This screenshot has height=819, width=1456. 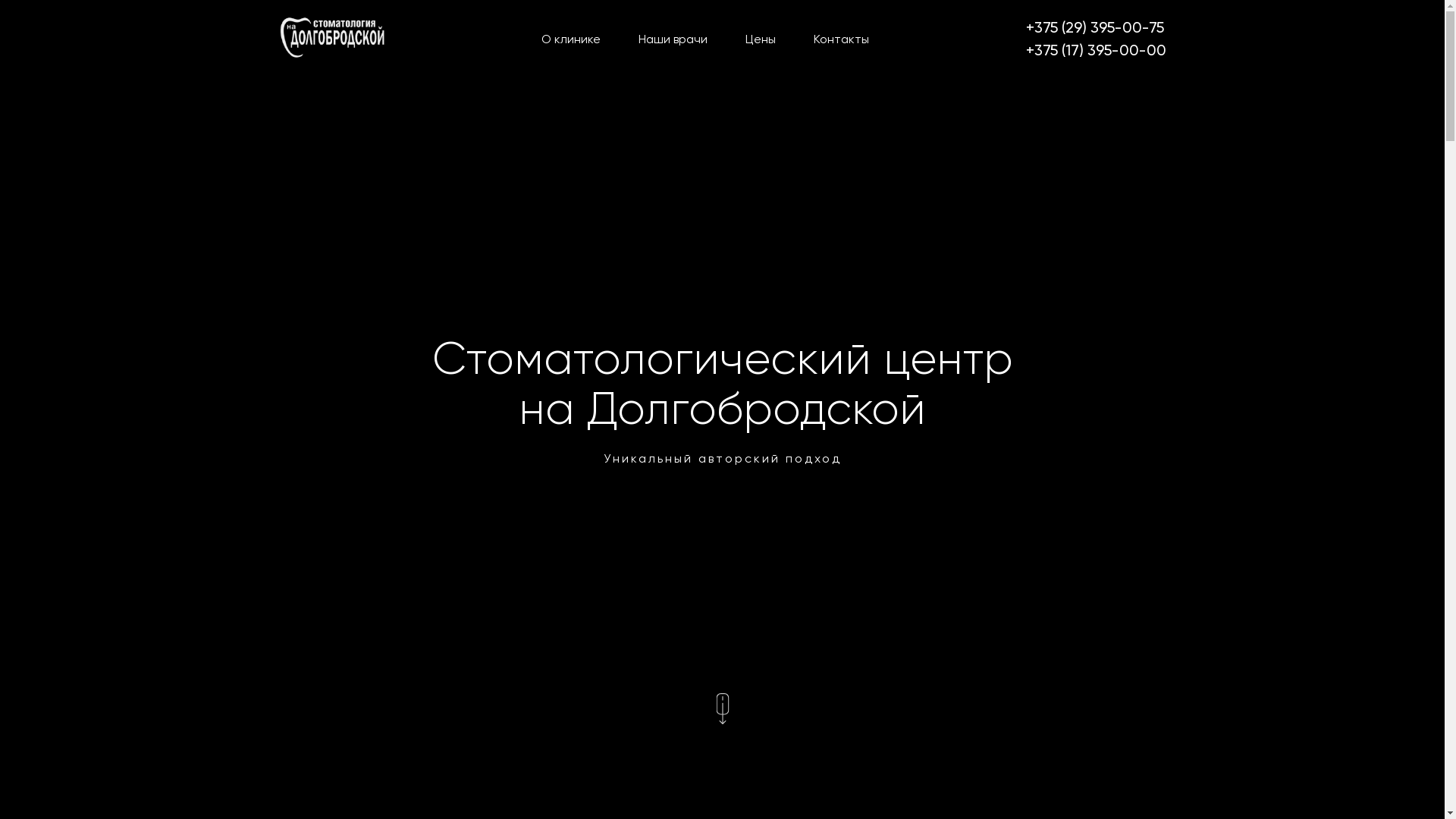 What do you see at coordinates (1025, 49) in the screenshot?
I see `'+375 (17) 395-00-00'` at bounding box center [1025, 49].